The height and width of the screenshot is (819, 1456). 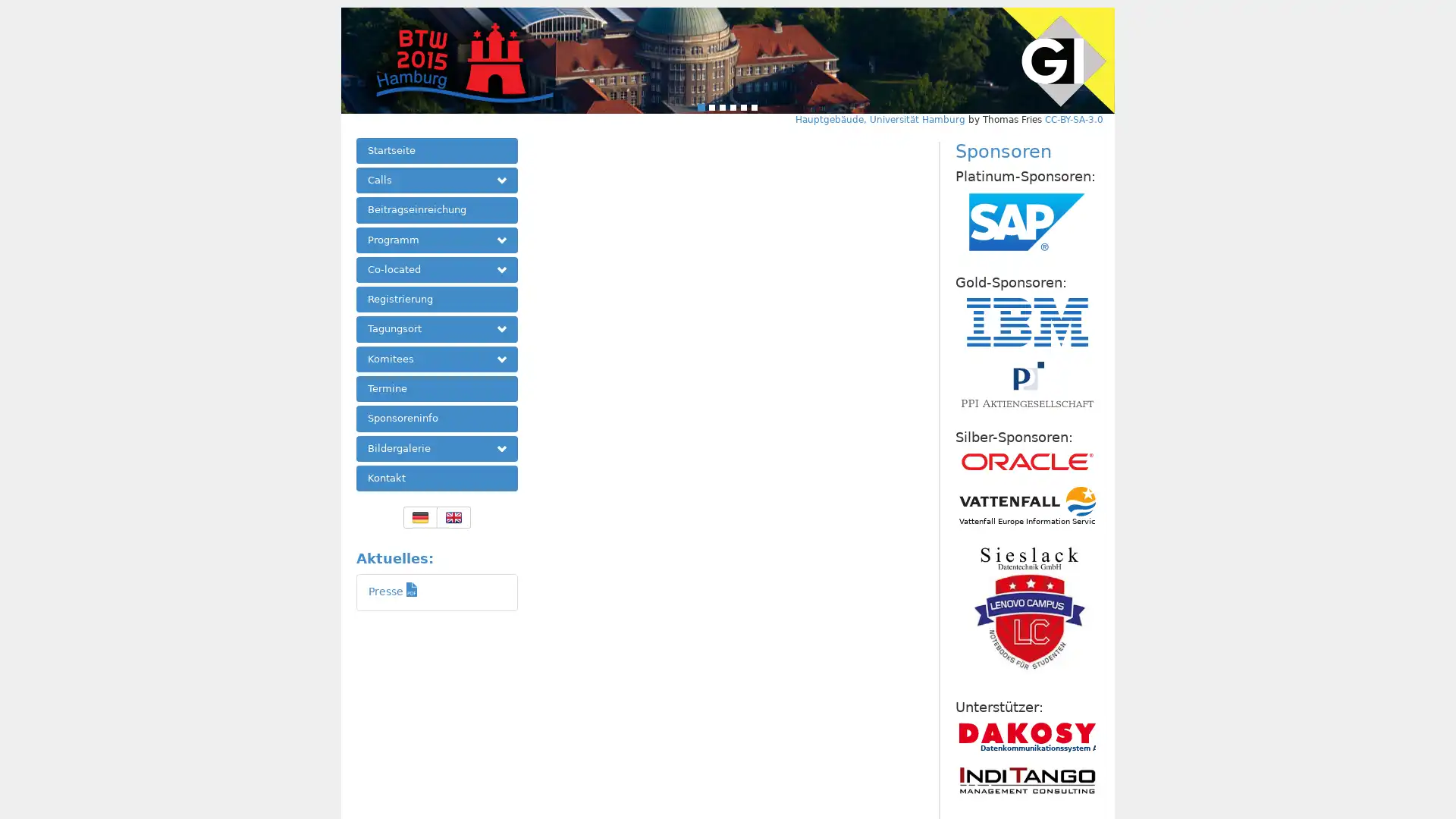 What do you see at coordinates (452, 516) in the screenshot?
I see `Englisch` at bounding box center [452, 516].